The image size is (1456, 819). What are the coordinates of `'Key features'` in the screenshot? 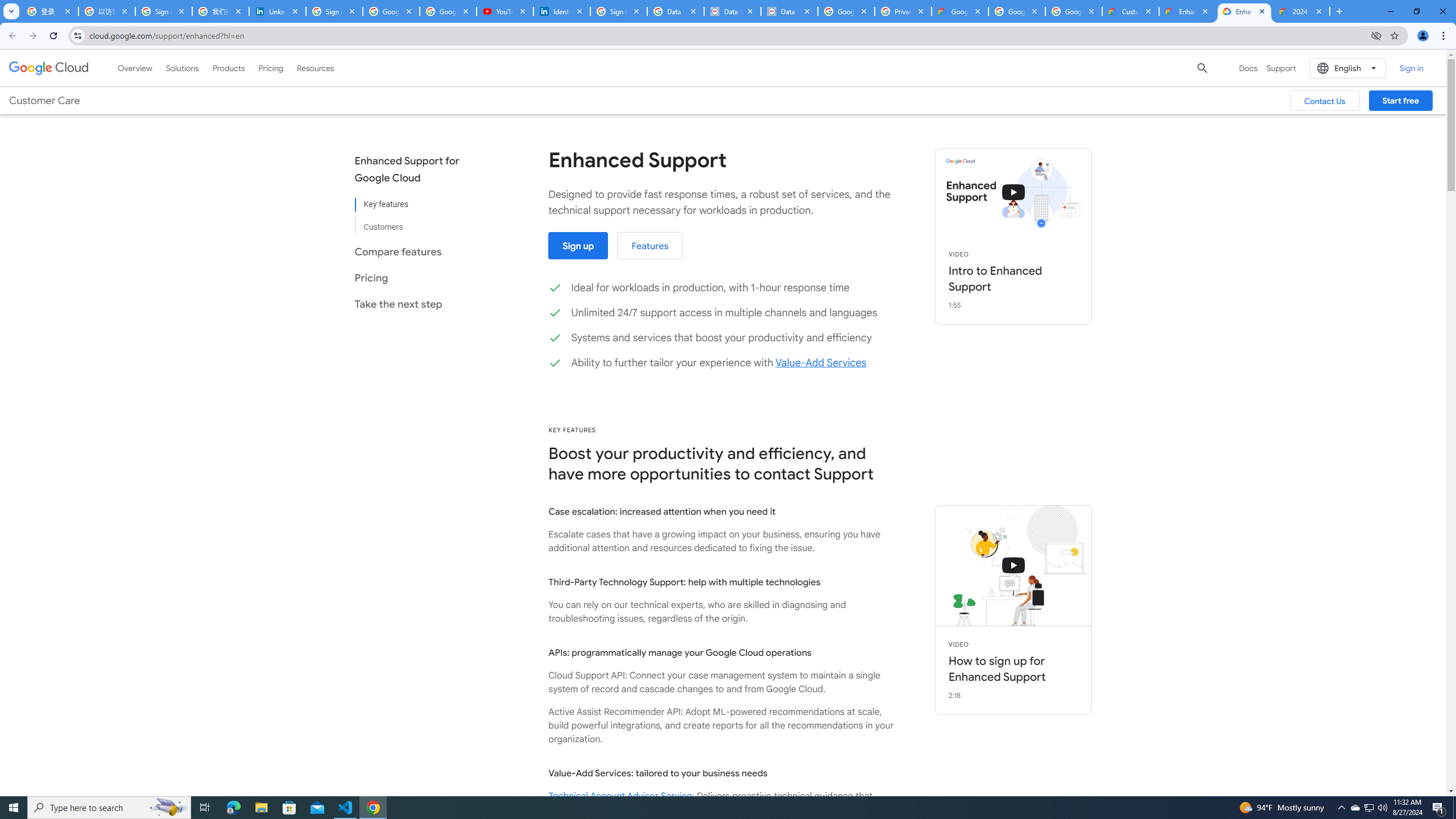 It's located at (415, 205).